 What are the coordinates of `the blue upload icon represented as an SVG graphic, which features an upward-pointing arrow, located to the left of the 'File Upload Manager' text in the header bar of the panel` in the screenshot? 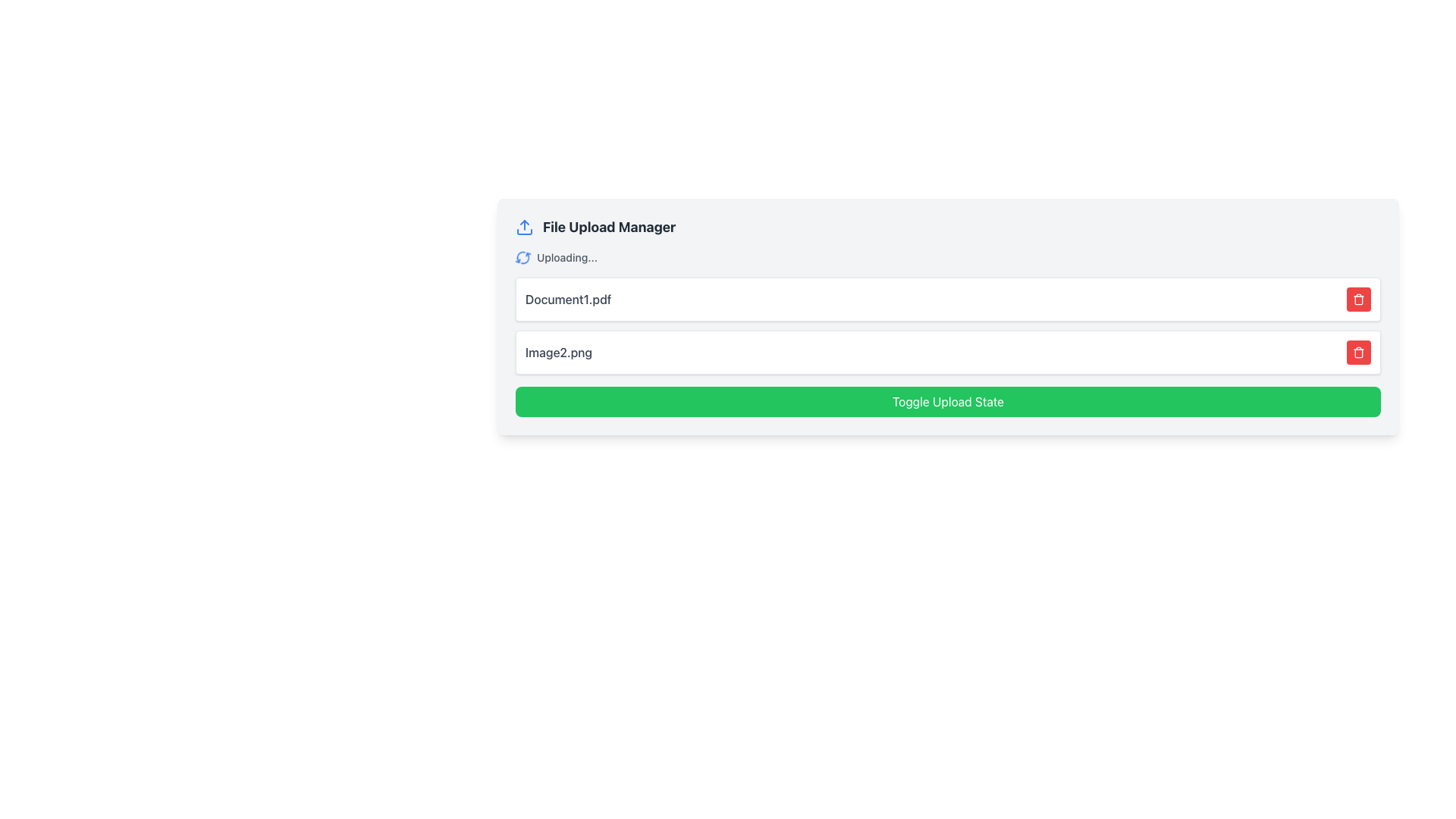 It's located at (524, 227).